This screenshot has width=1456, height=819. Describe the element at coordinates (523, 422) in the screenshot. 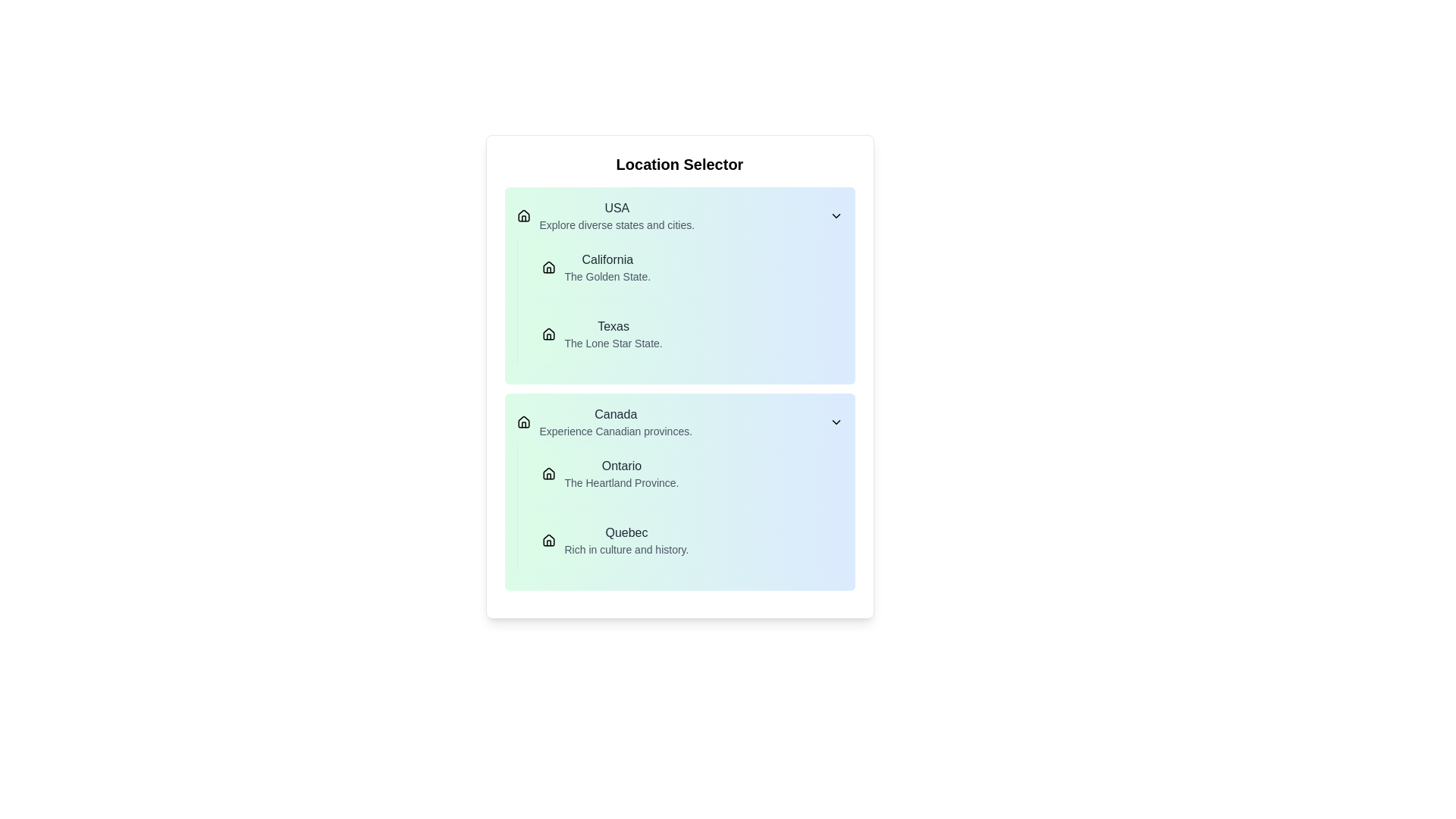

I see `the house-shaped icon representing the home or starting point, located at the top-left corner of the 'Canada' group, adjacent to the title 'Canada'` at that location.